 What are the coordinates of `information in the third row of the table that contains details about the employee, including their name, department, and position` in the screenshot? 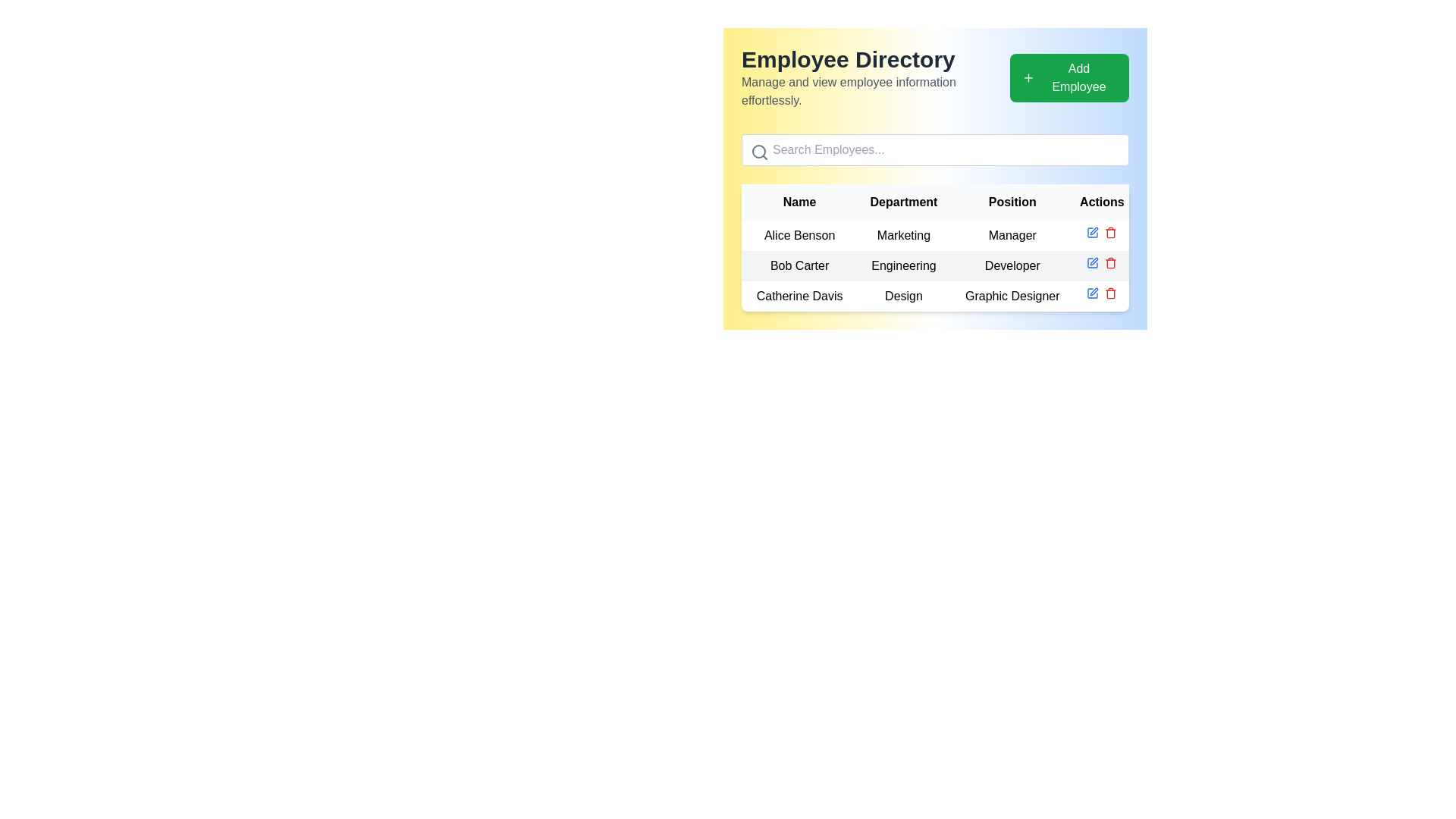 It's located at (934, 296).